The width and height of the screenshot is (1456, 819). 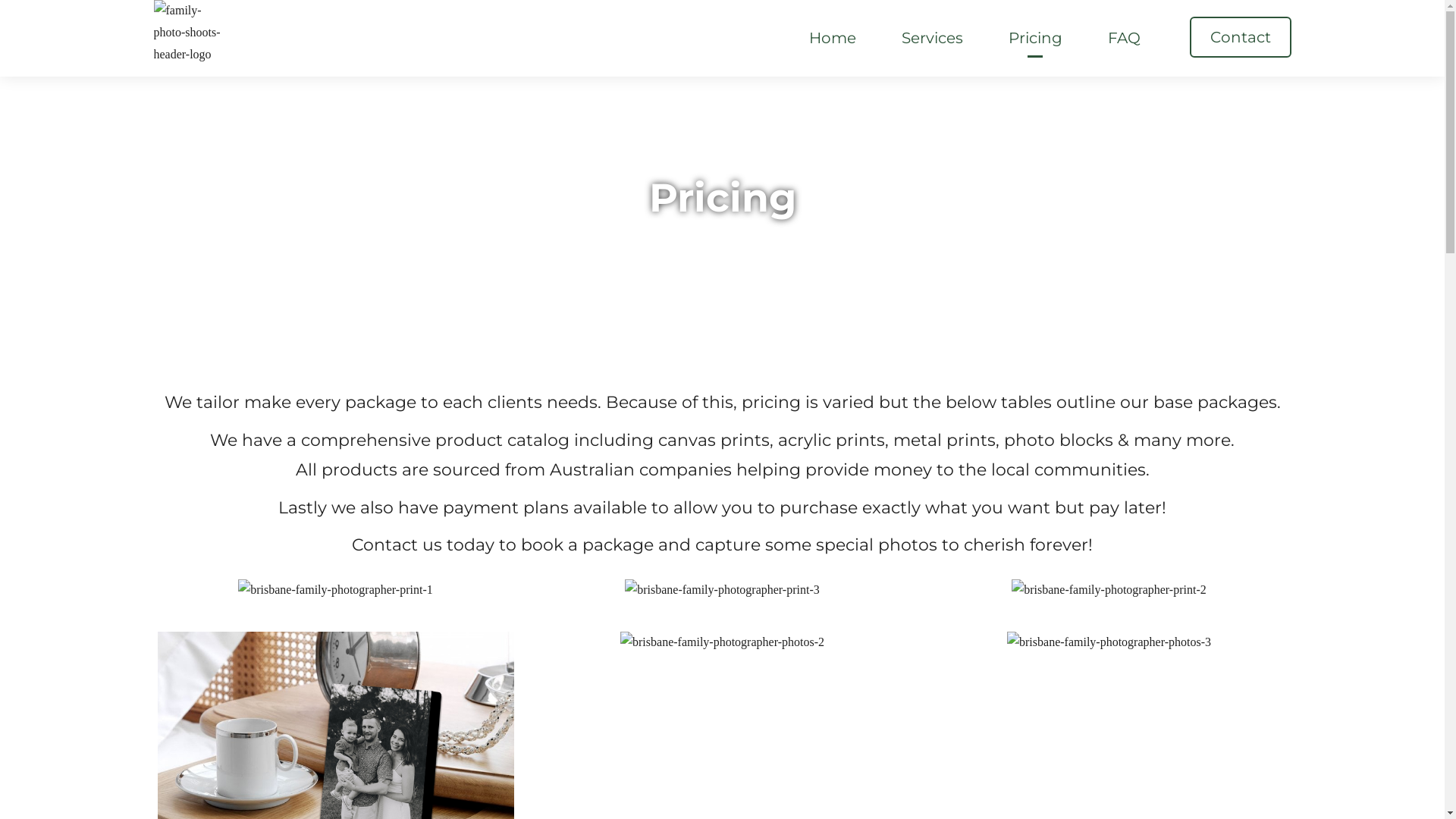 What do you see at coordinates (1034, 37) in the screenshot?
I see `'Pricing'` at bounding box center [1034, 37].